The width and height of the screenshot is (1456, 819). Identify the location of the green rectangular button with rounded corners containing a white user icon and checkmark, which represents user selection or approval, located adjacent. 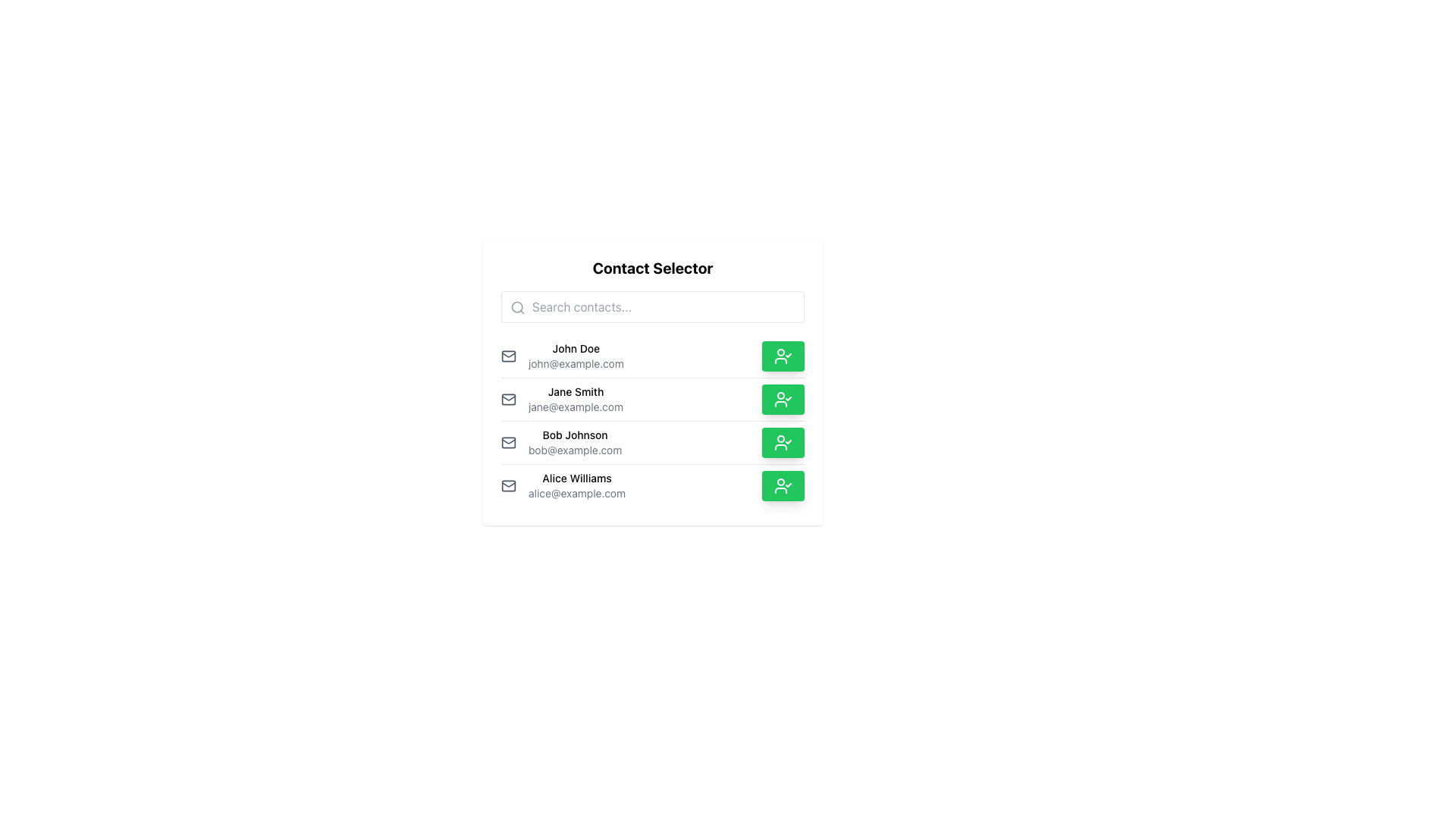
(783, 356).